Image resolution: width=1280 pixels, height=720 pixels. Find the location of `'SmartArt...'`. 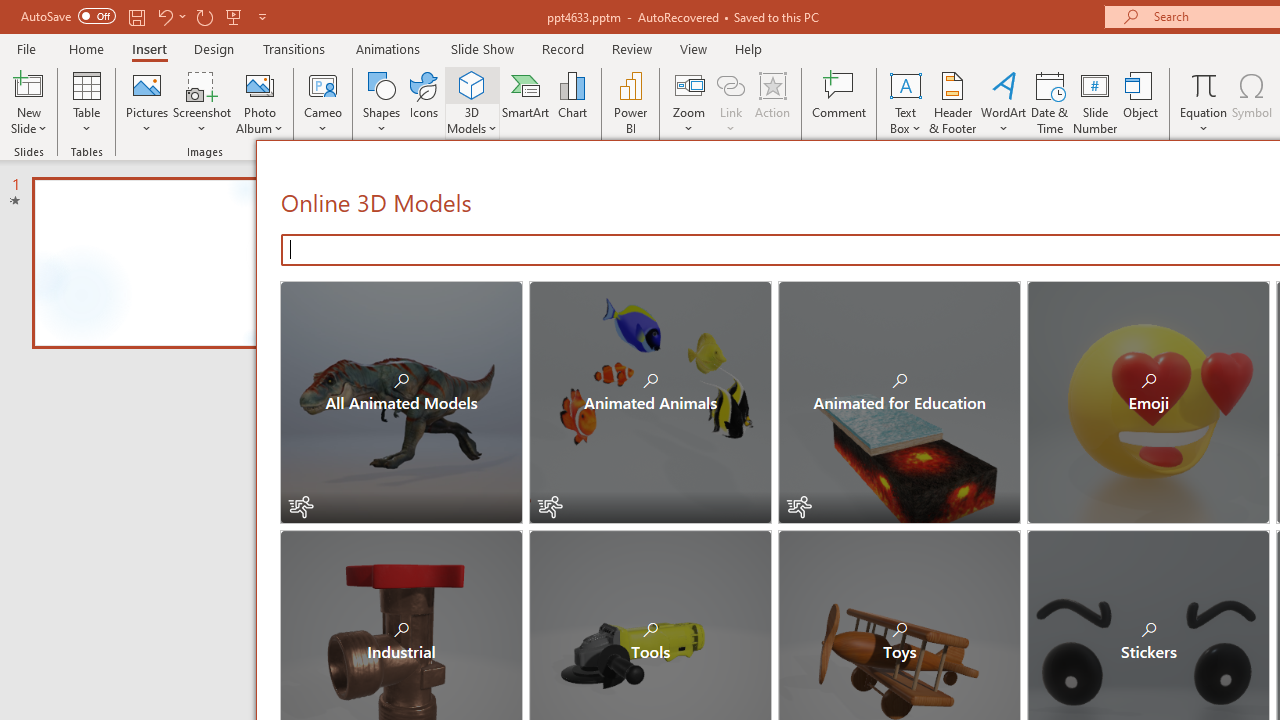

'SmartArt...' is located at coordinates (526, 103).